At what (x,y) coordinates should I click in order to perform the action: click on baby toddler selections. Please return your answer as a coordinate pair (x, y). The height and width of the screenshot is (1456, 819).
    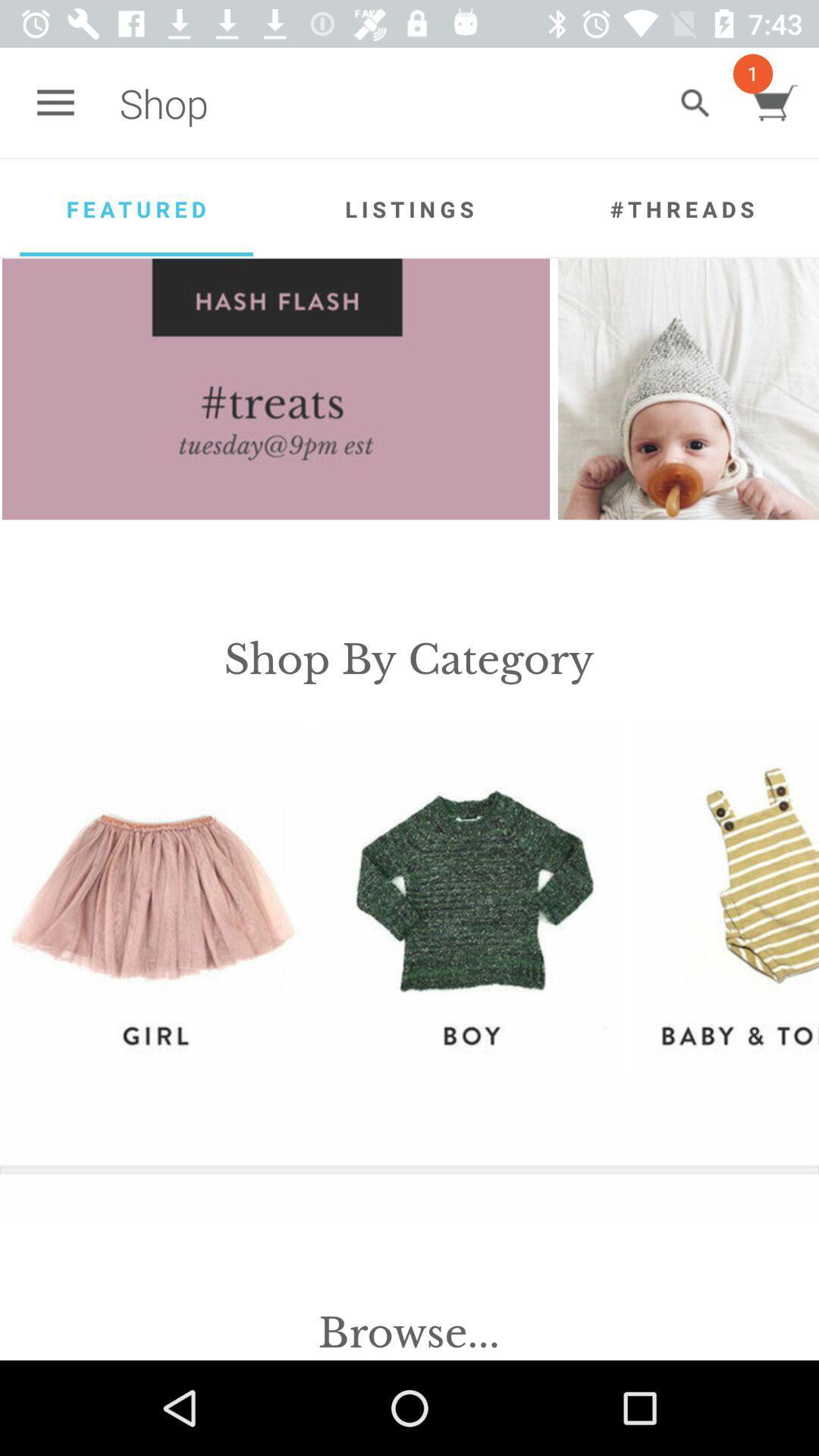
    Looking at the image, I should click on (726, 899).